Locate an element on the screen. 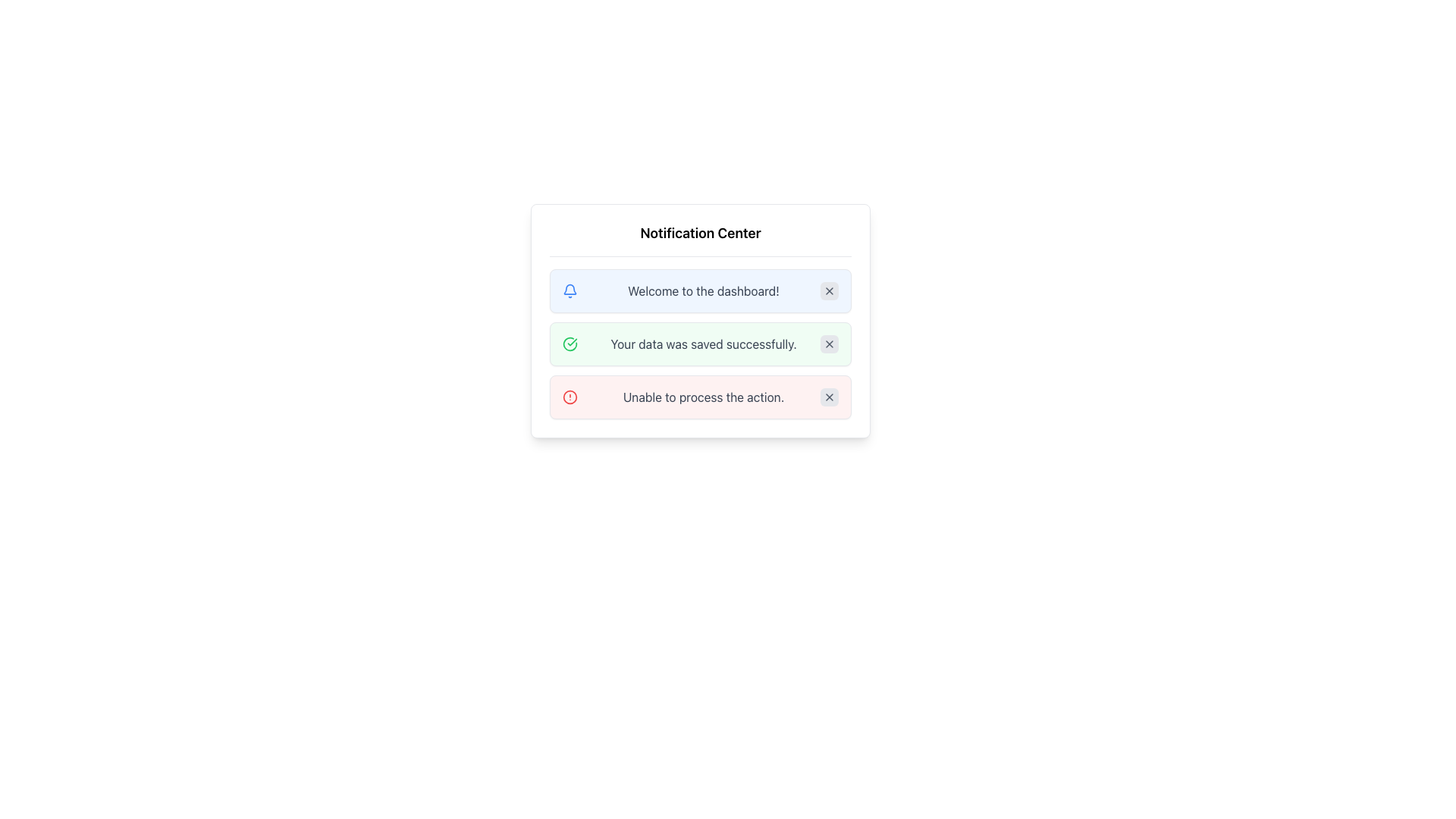 Image resolution: width=1456 pixels, height=819 pixels. the gray circular button with a minimalist cross icon is located at coordinates (829, 344).